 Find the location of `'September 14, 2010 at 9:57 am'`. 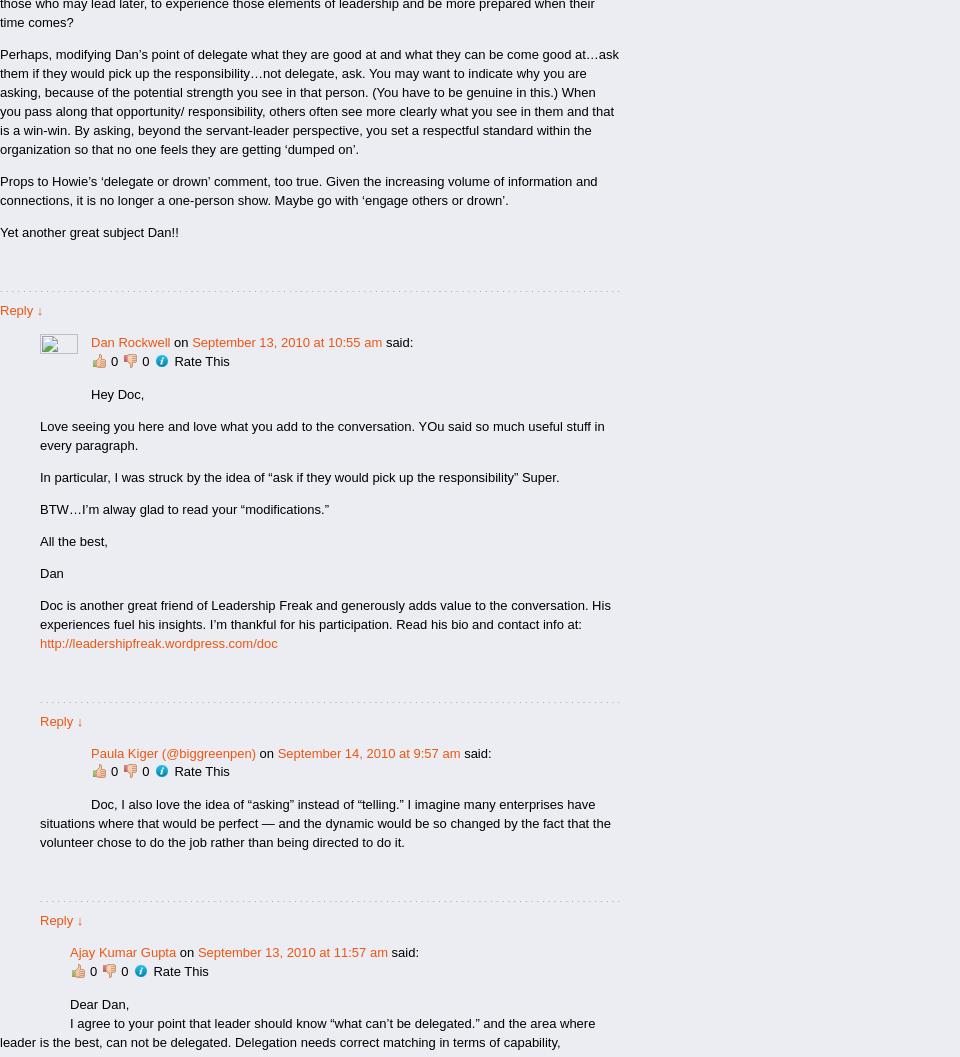

'September 14, 2010 at 9:57 am' is located at coordinates (367, 751).